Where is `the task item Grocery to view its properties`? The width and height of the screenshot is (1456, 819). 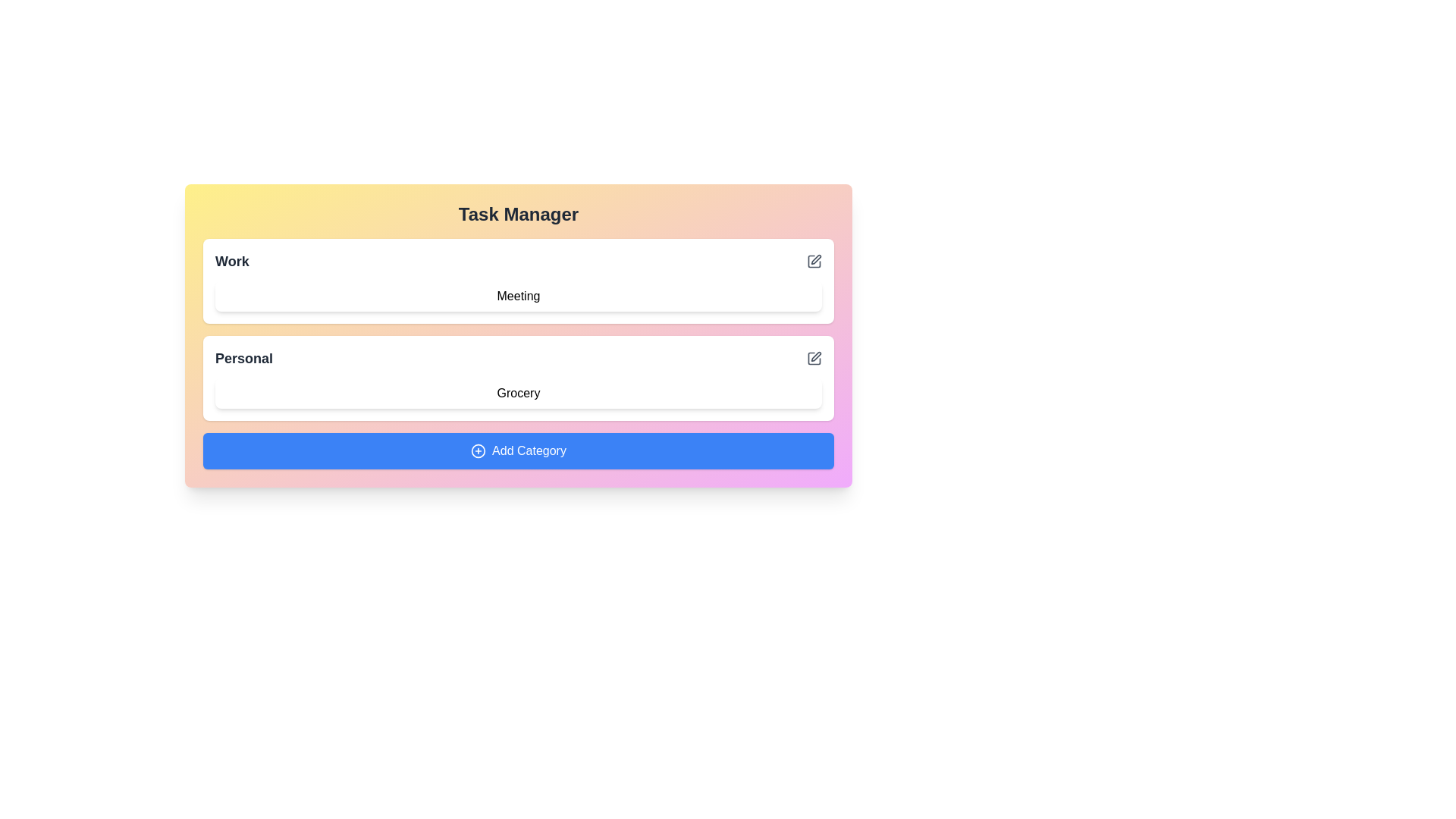 the task item Grocery to view its properties is located at coordinates (519, 393).